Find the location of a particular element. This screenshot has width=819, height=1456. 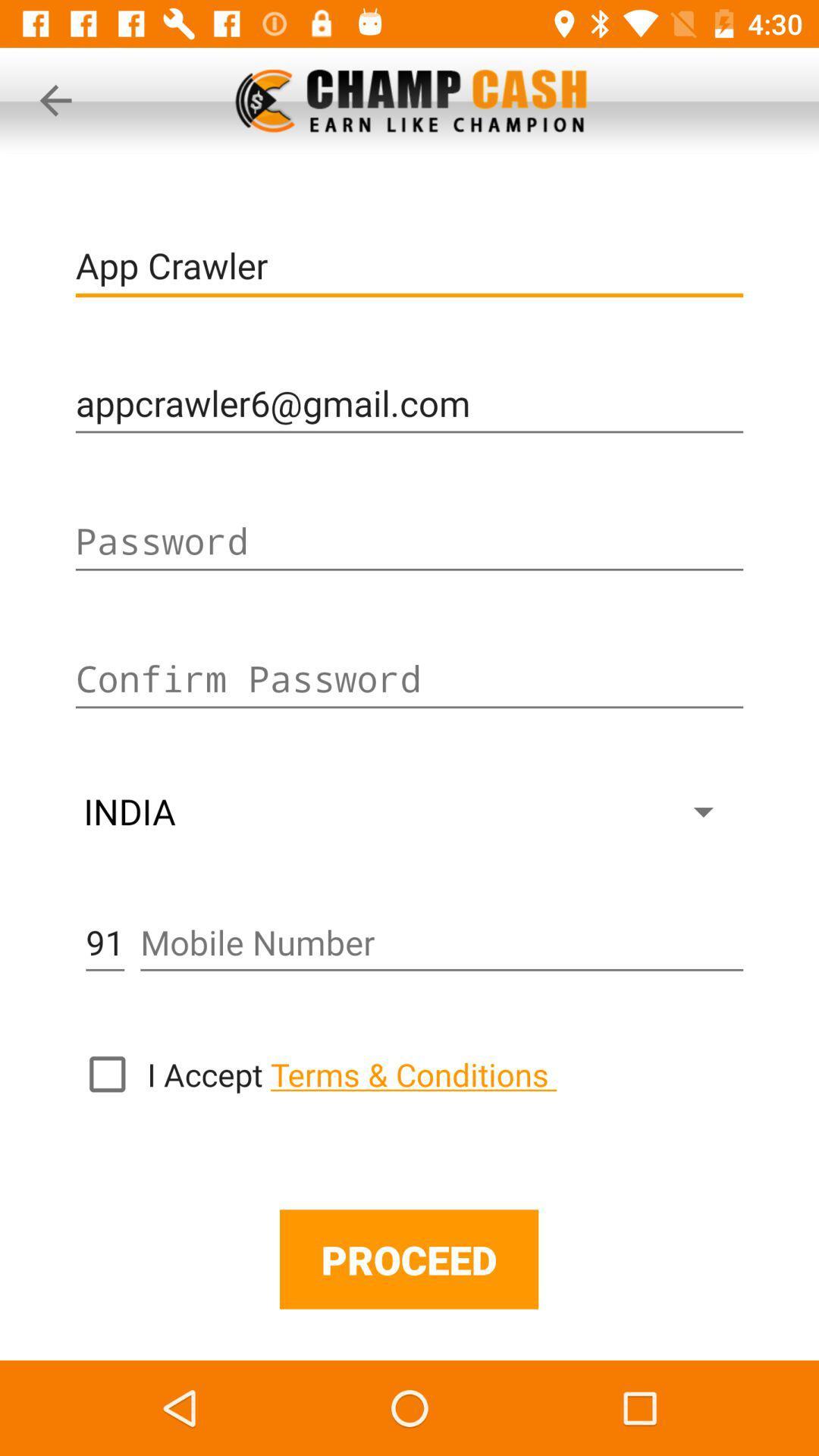

password is located at coordinates (409, 541).